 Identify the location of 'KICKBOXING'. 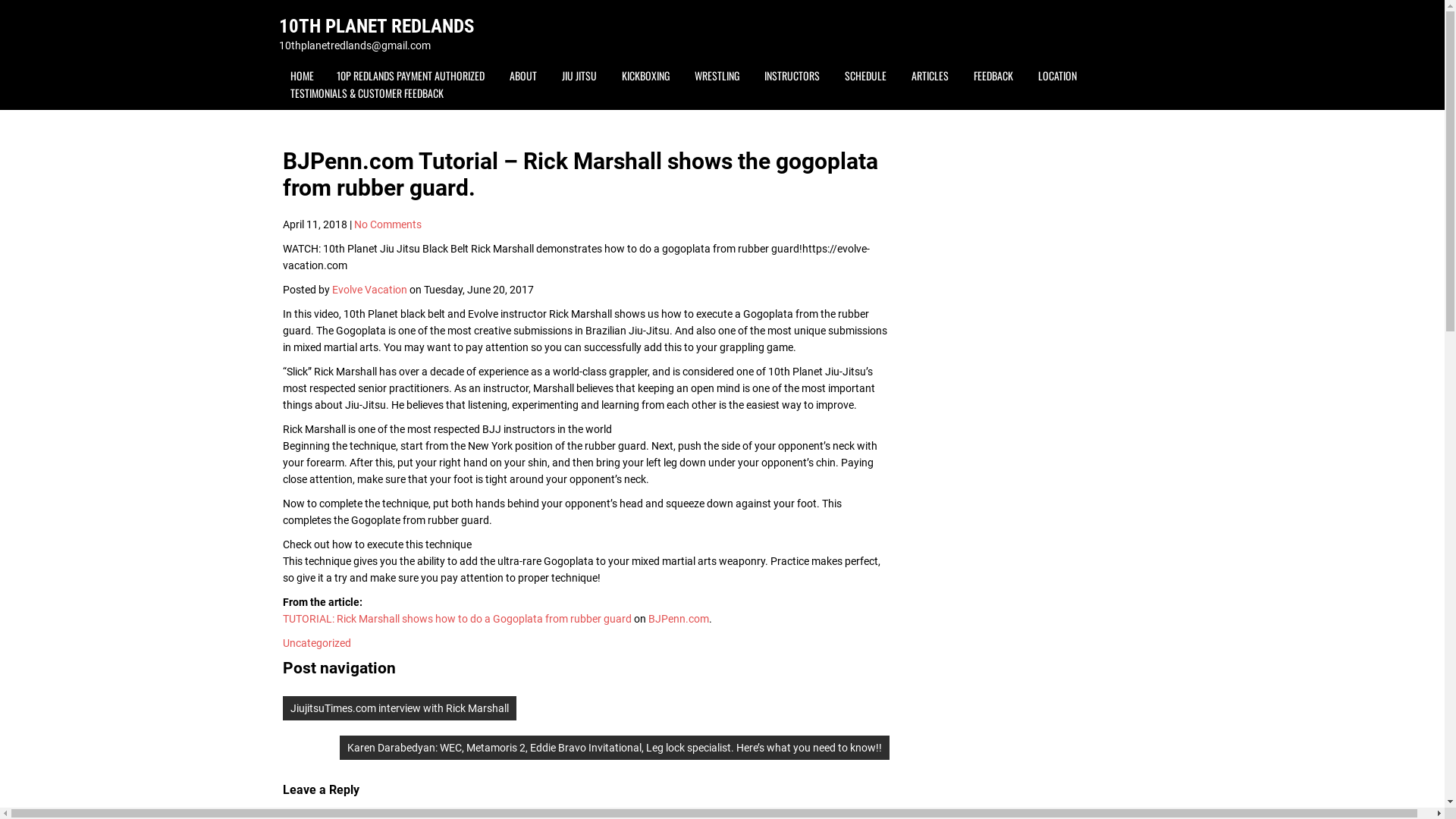
(645, 75).